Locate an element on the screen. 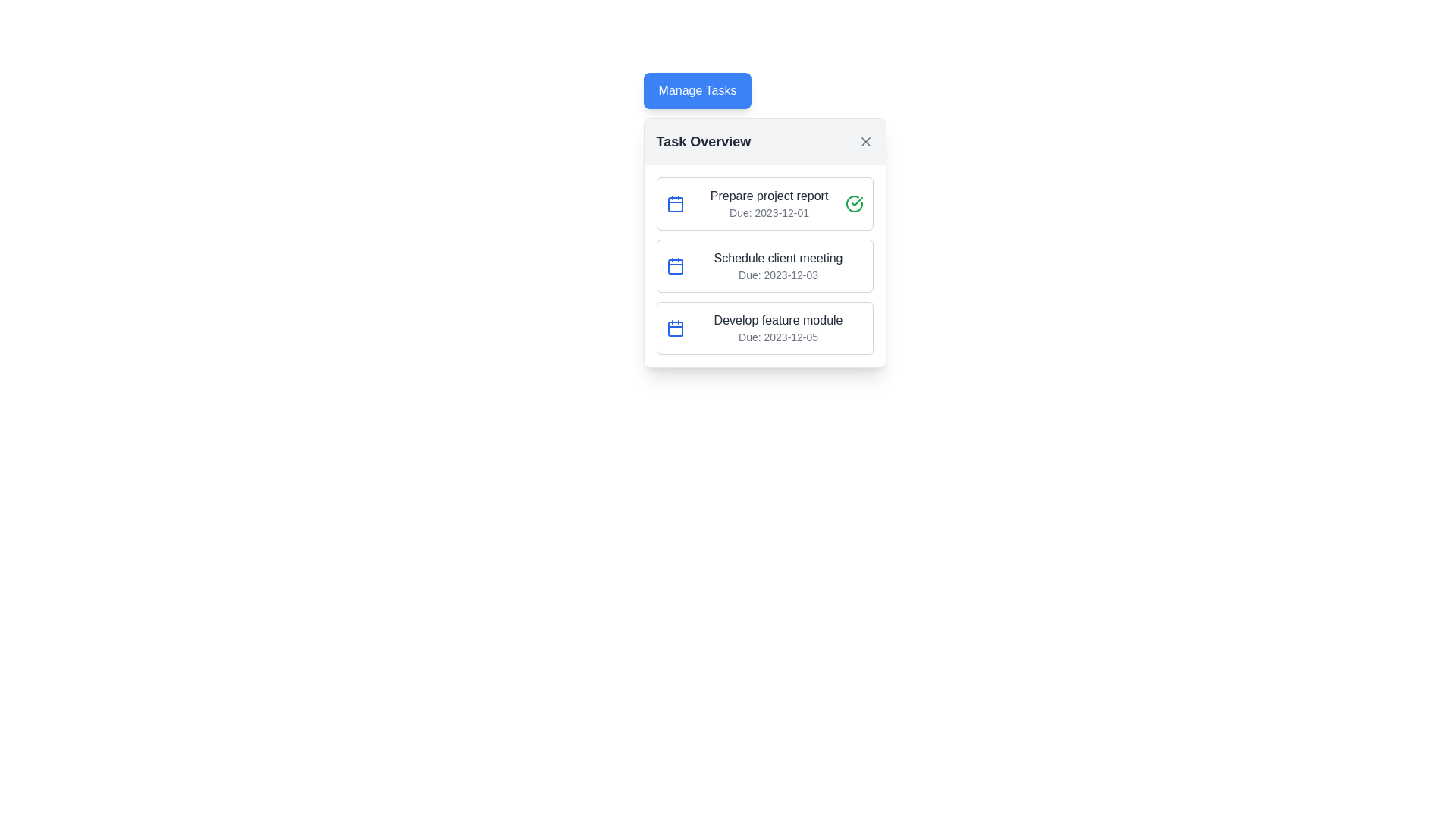  the blue rectangular section of the calendar icon located to the left of the task 'Schedule client meeting' is located at coordinates (674, 328).